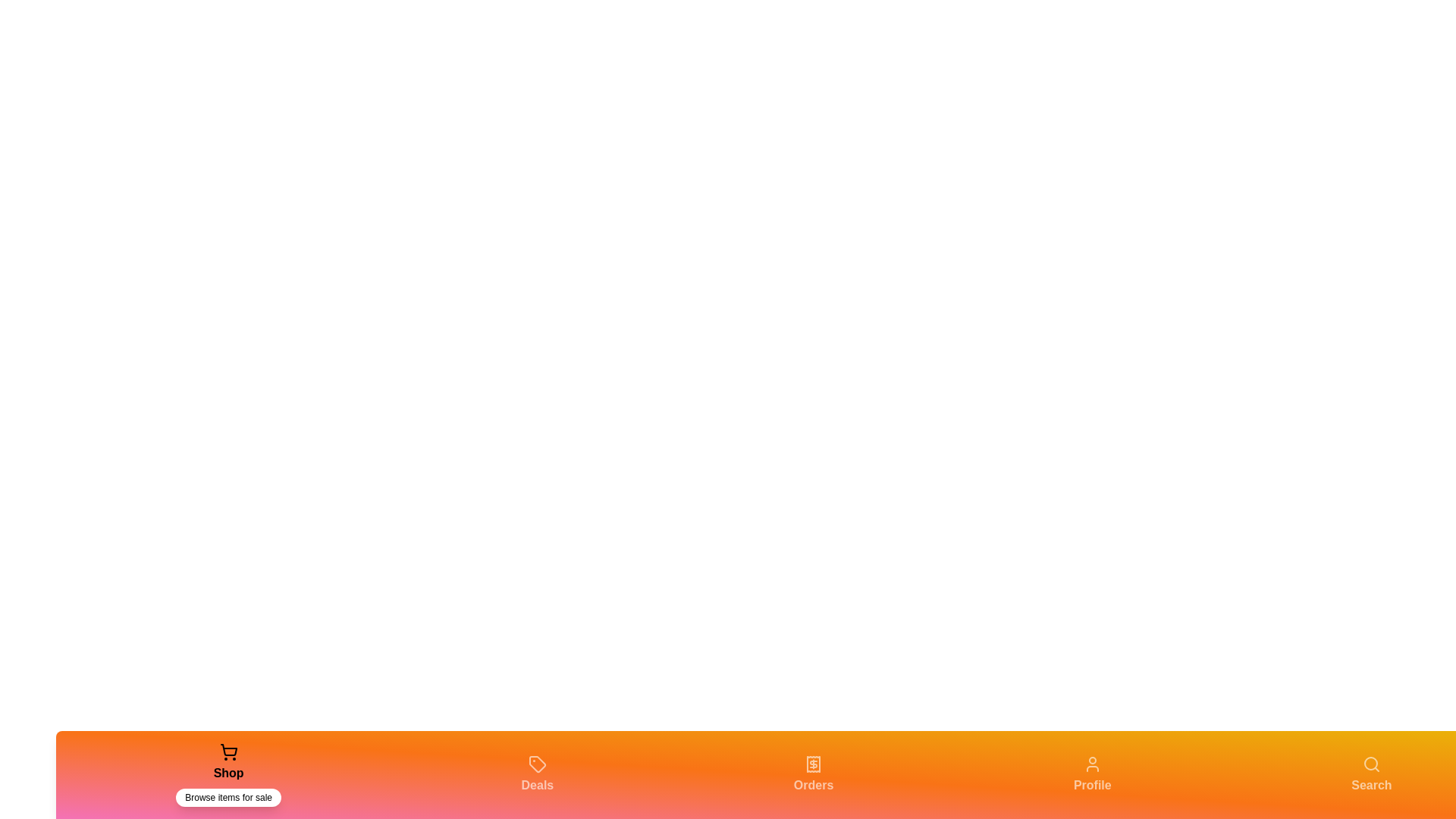 The image size is (1456, 819). Describe the element at coordinates (1092, 775) in the screenshot. I see `the Profile tab in the bottom navigation bar` at that location.